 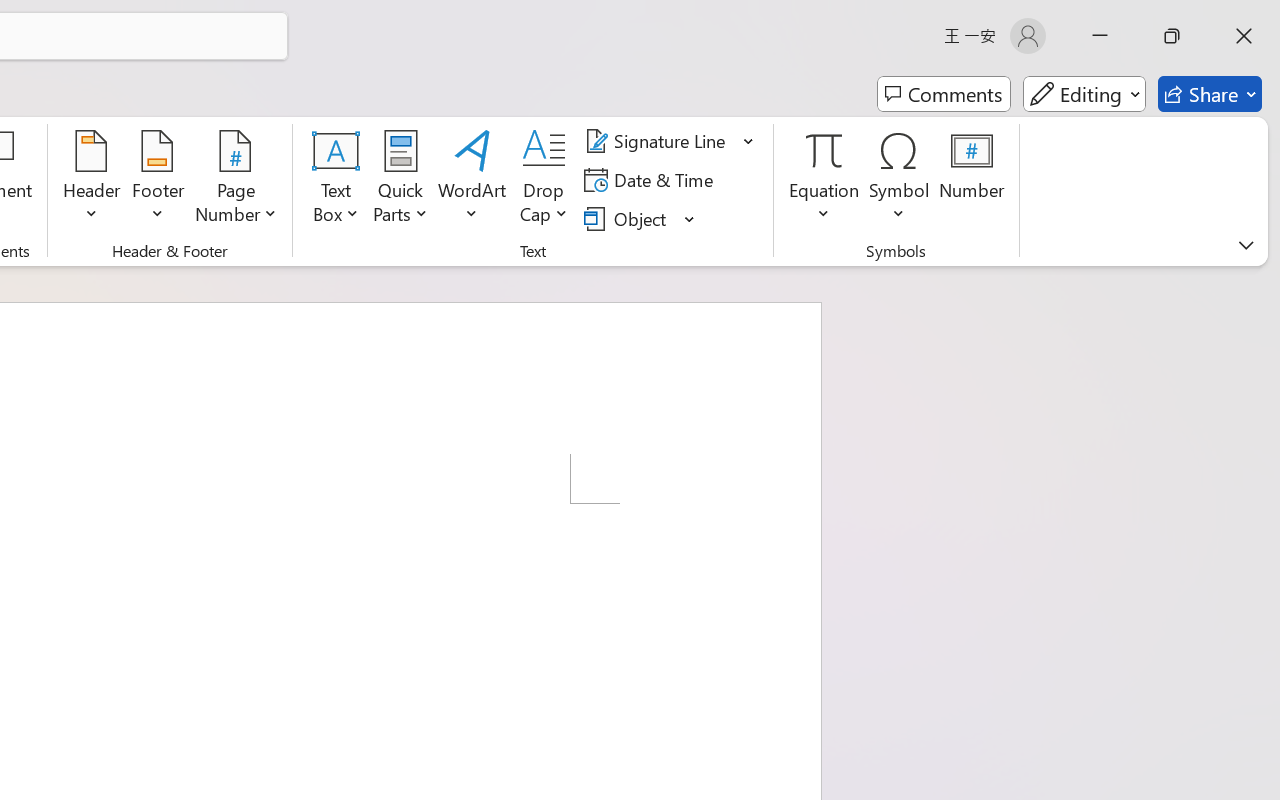 I want to click on 'Ribbon Display Options', so click(x=1245, y=244).